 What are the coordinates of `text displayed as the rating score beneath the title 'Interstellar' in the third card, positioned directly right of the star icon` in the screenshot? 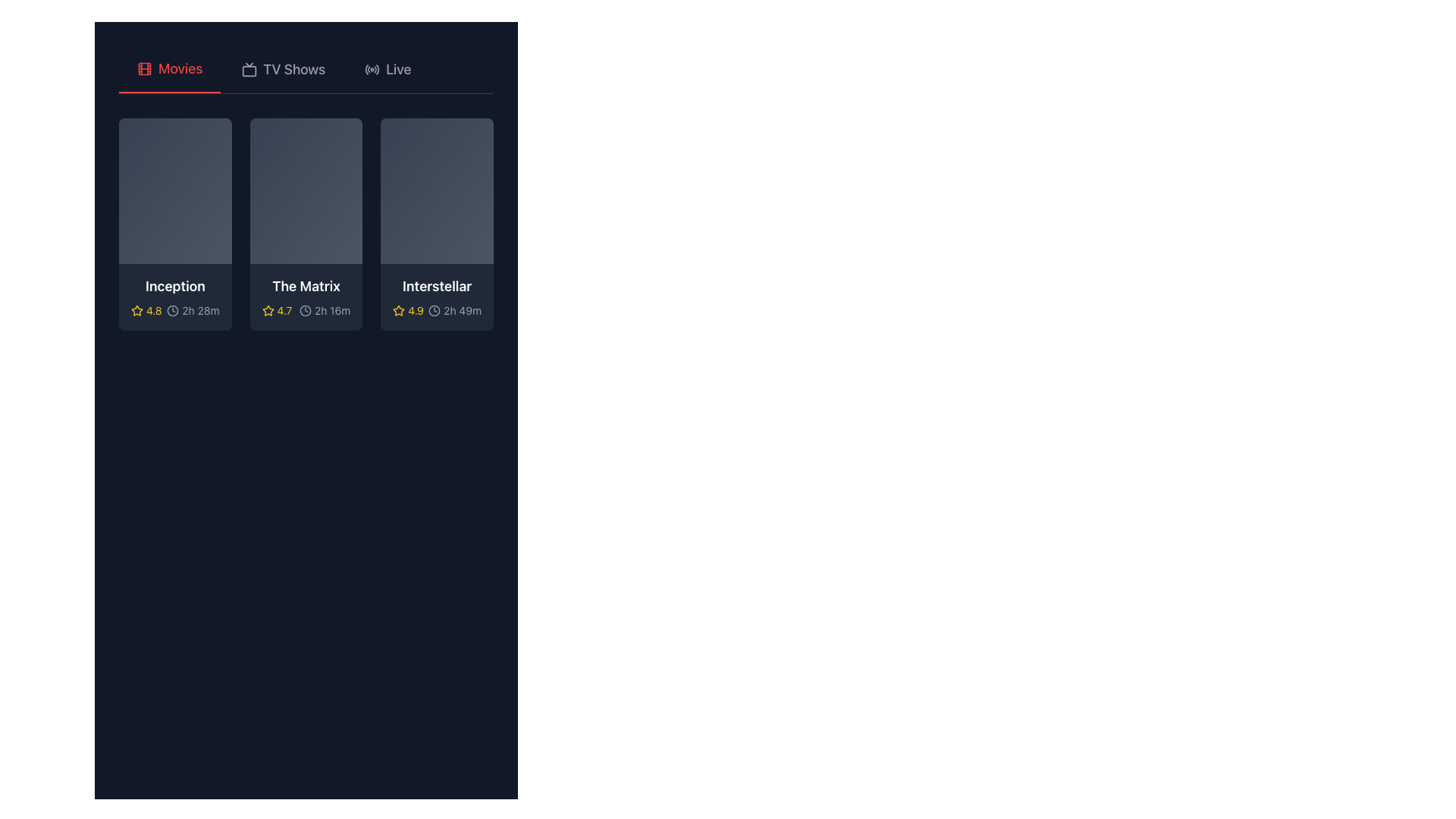 It's located at (416, 309).